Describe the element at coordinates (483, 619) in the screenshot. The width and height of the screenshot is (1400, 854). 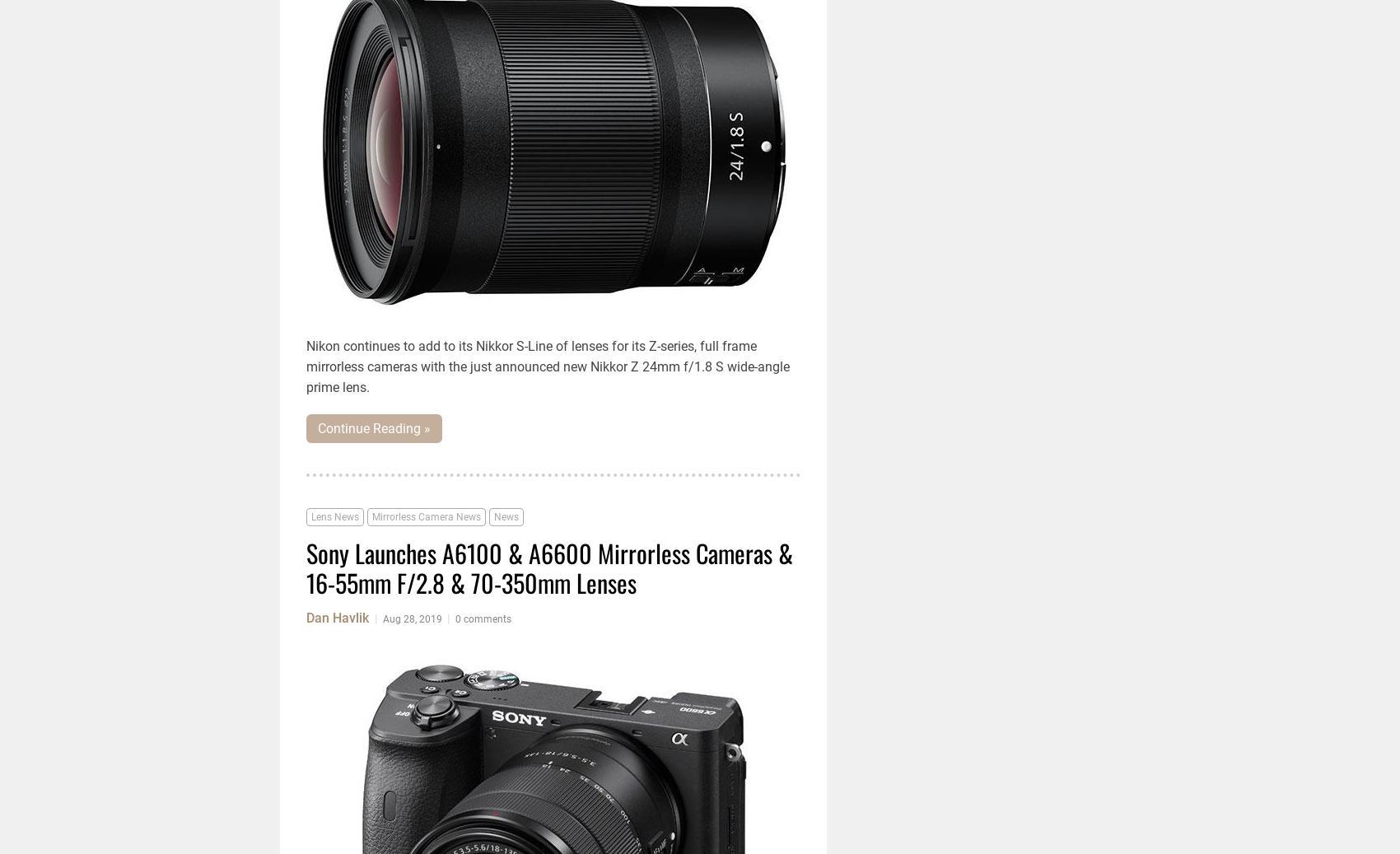
I see `'0 comments'` at that location.